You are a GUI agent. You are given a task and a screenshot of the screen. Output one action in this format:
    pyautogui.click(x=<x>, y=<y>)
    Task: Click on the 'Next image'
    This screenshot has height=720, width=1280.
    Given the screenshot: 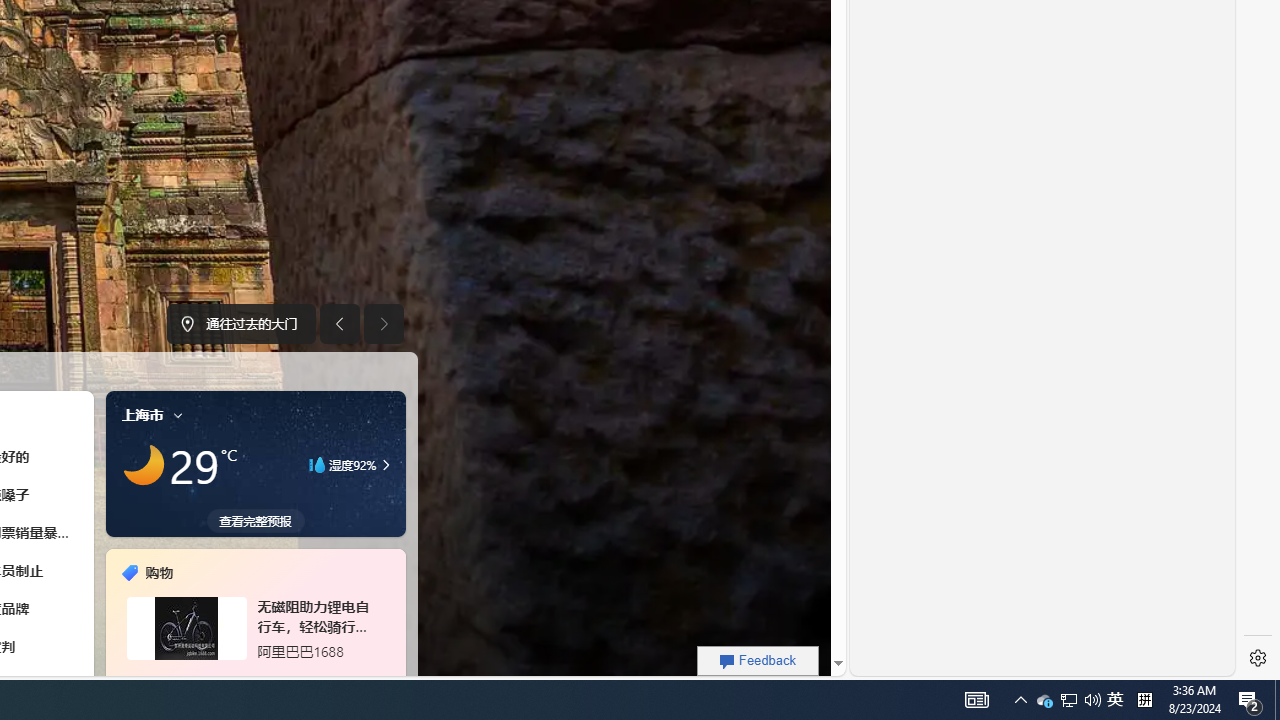 What is the action you would take?
    pyautogui.click(x=384, y=323)
    